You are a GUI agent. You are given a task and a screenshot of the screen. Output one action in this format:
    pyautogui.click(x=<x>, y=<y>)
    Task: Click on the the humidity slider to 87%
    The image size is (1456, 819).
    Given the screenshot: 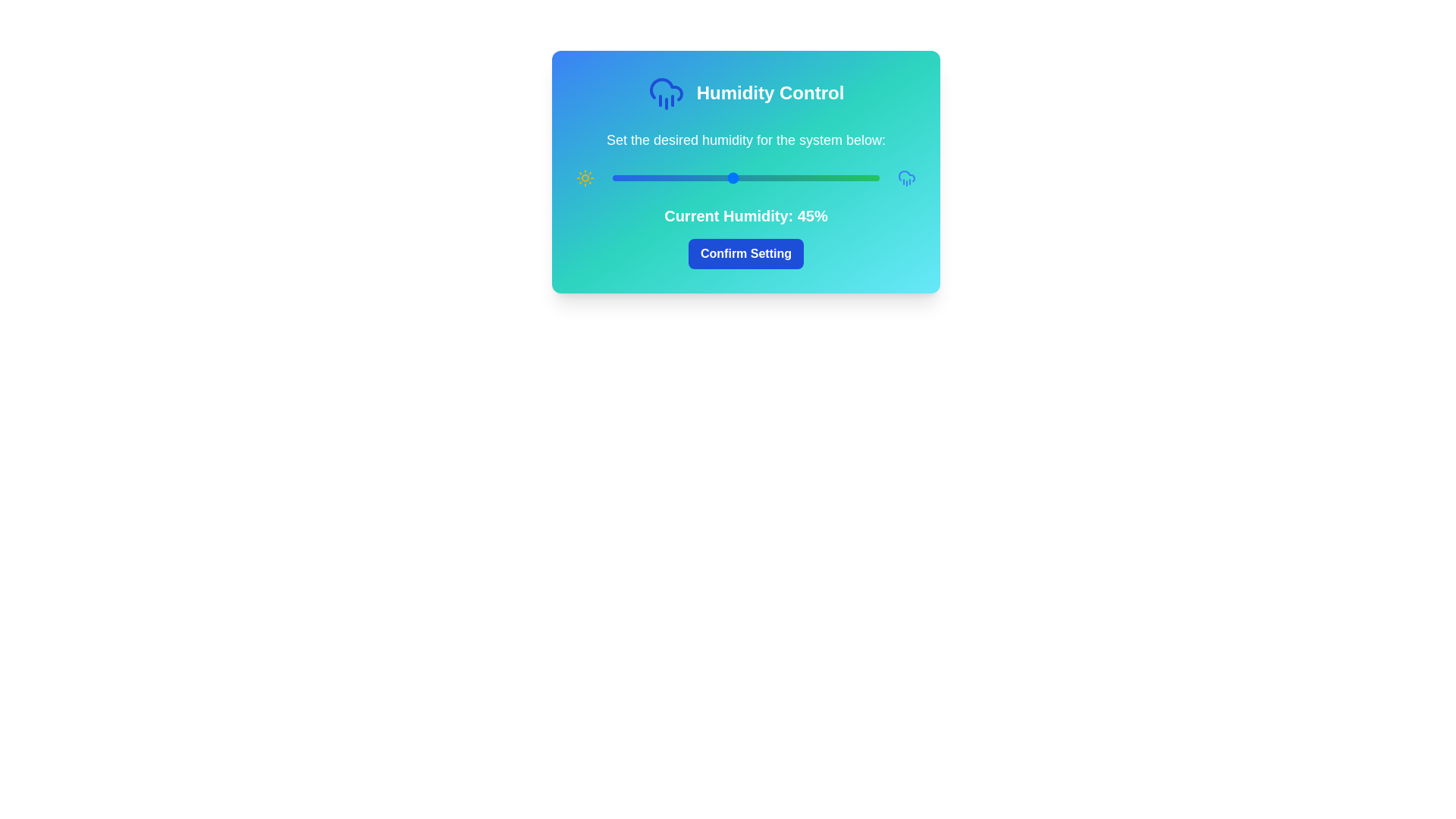 What is the action you would take?
    pyautogui.click(x=844, y=177)
    